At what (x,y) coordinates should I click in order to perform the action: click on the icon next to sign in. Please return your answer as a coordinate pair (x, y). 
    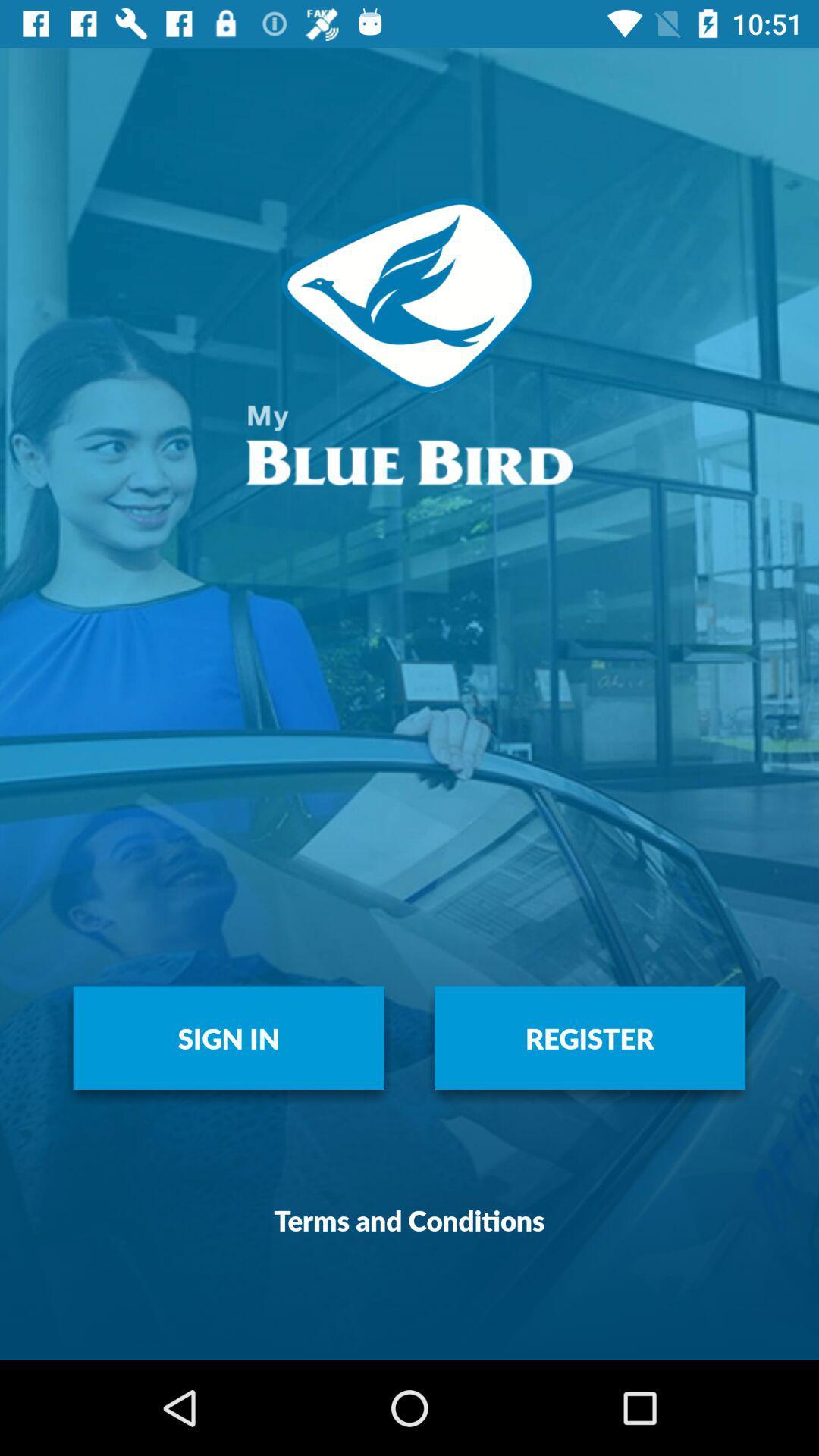
    Looking at the image, I should click on (589, 1037).